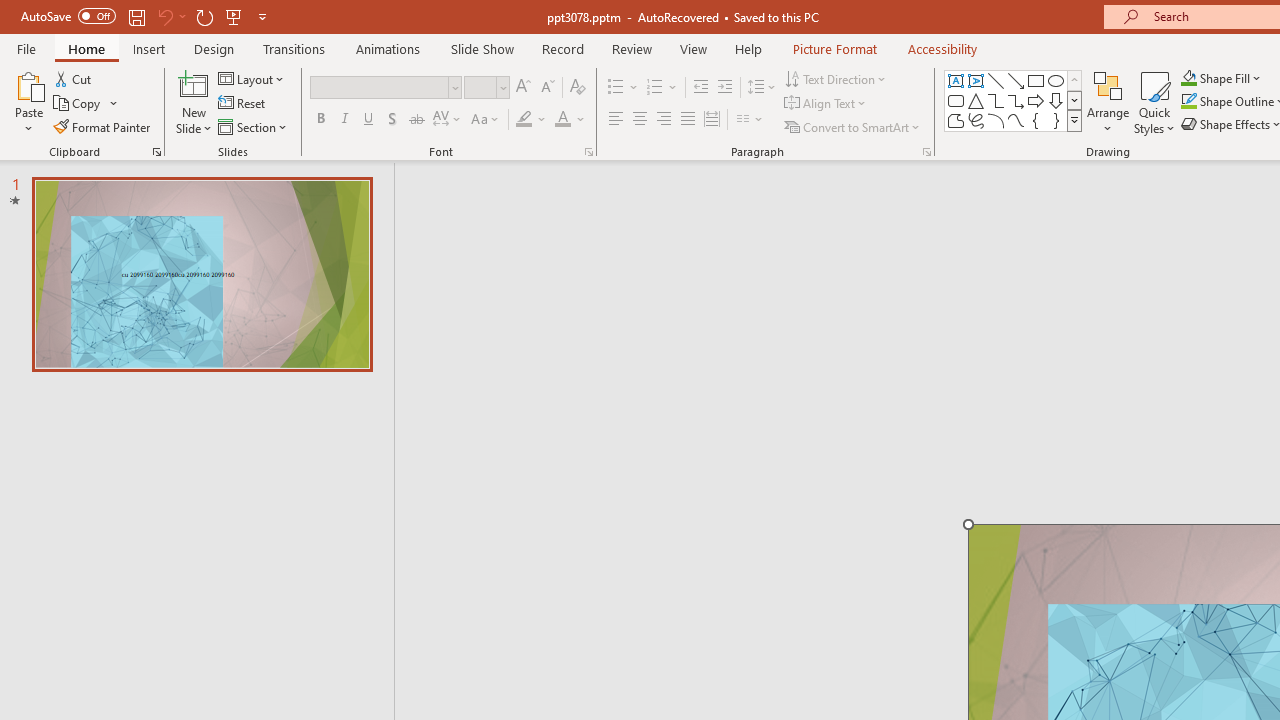 The width and height of the screenshot is (1280, 720). I want to click on 'Picture Format', so click(835, 48).